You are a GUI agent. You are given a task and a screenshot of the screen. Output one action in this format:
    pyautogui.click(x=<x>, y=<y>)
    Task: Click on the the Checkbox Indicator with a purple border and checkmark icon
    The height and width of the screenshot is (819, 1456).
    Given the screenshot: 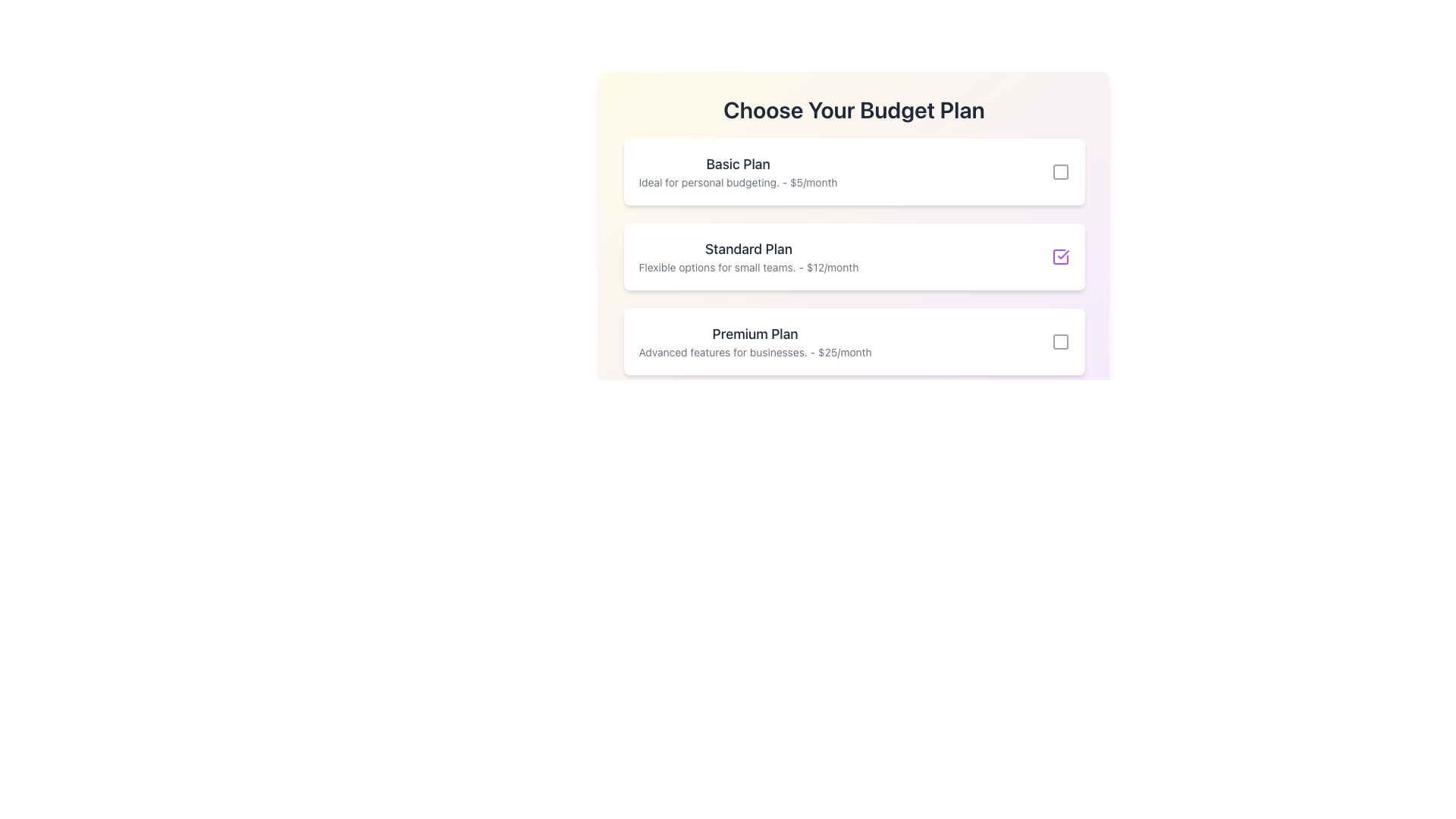 What is the action you would take?
    pyautogui.click(x=1059, y=256)
    